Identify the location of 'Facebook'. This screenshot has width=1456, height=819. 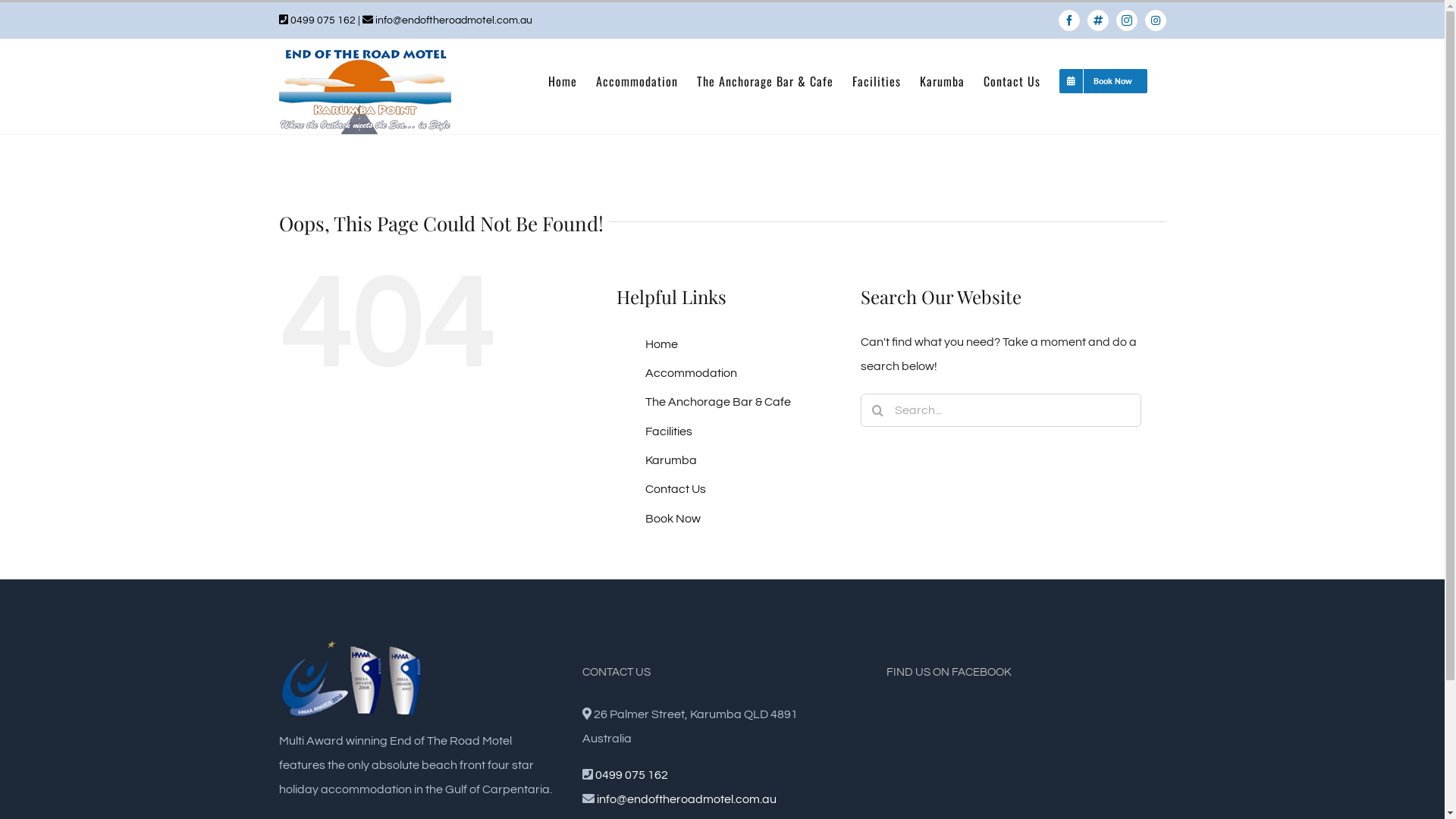
(1068, 20).